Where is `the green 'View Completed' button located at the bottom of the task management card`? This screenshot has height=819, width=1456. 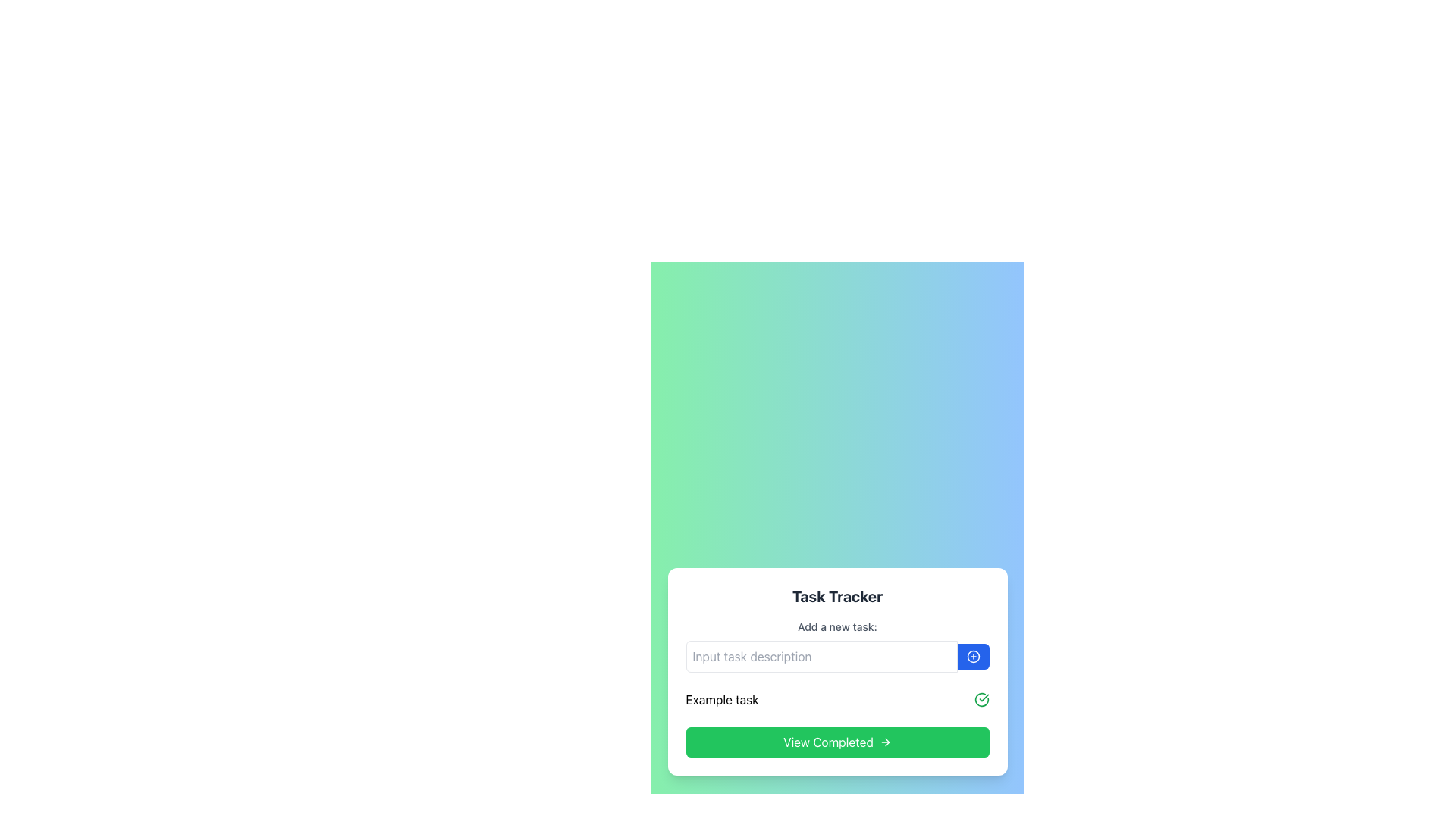
the green 'View Completed' button located at the bottom of the task management card is located at coordinates (836, 742).